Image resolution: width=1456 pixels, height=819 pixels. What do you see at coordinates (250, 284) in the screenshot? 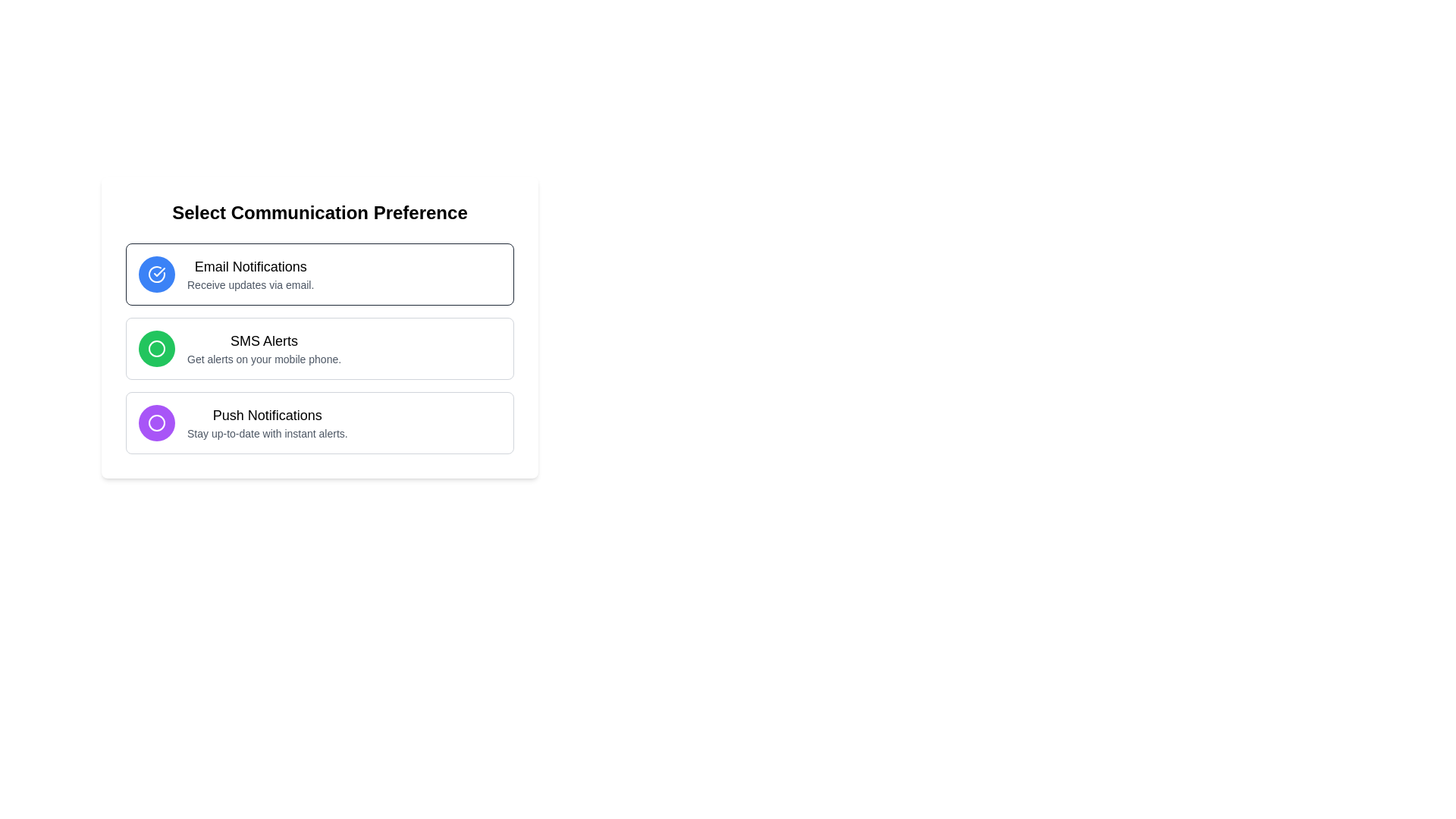
I see `the Label Text that provides additional information about the 'Email Notifications' option, located below the main header in the 'Email Notifications' card` at bounding box center [250, 284].